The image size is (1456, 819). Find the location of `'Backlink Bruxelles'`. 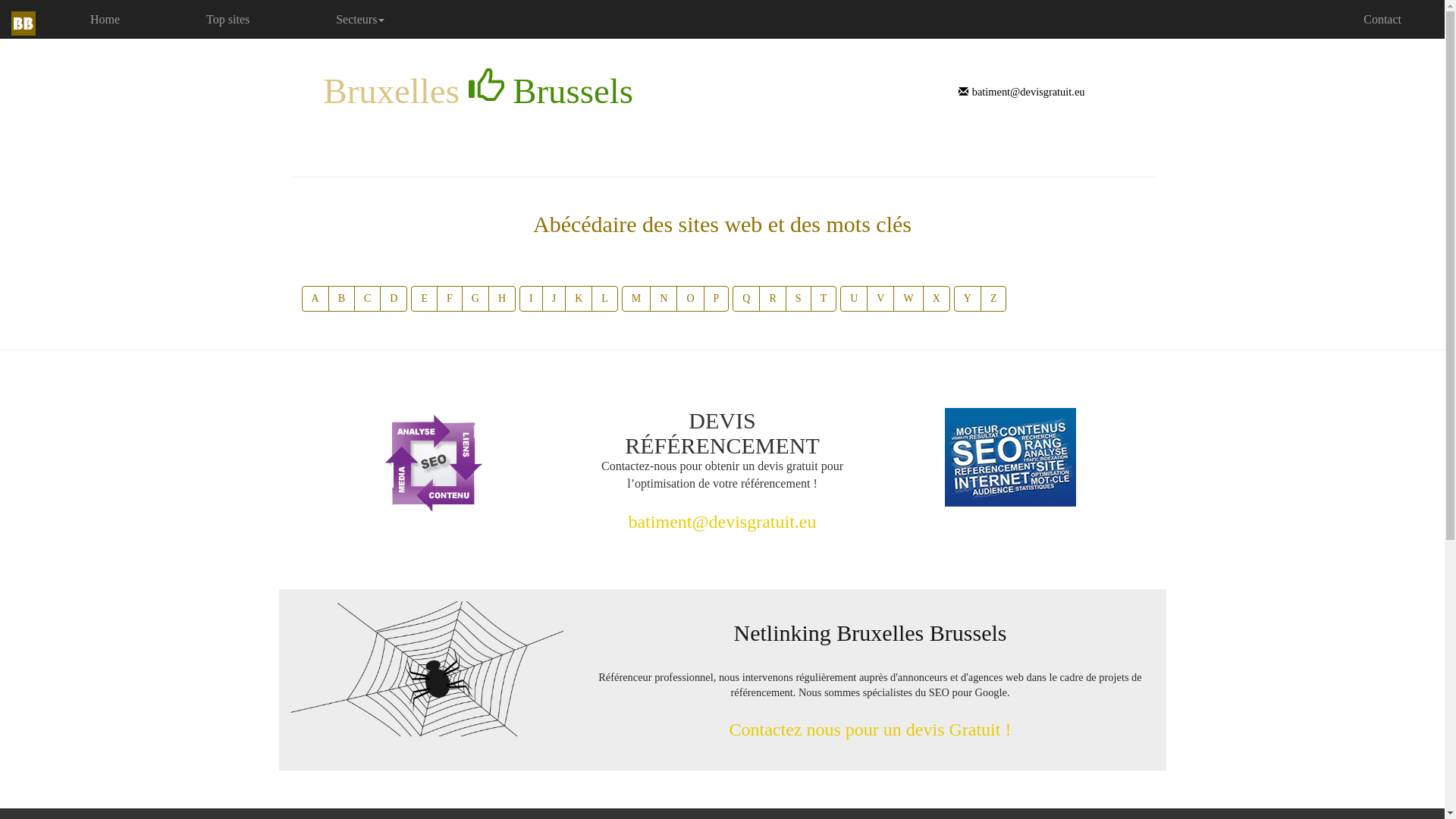

'Backlink Bruxelles' is located at coordinates (425, 668).